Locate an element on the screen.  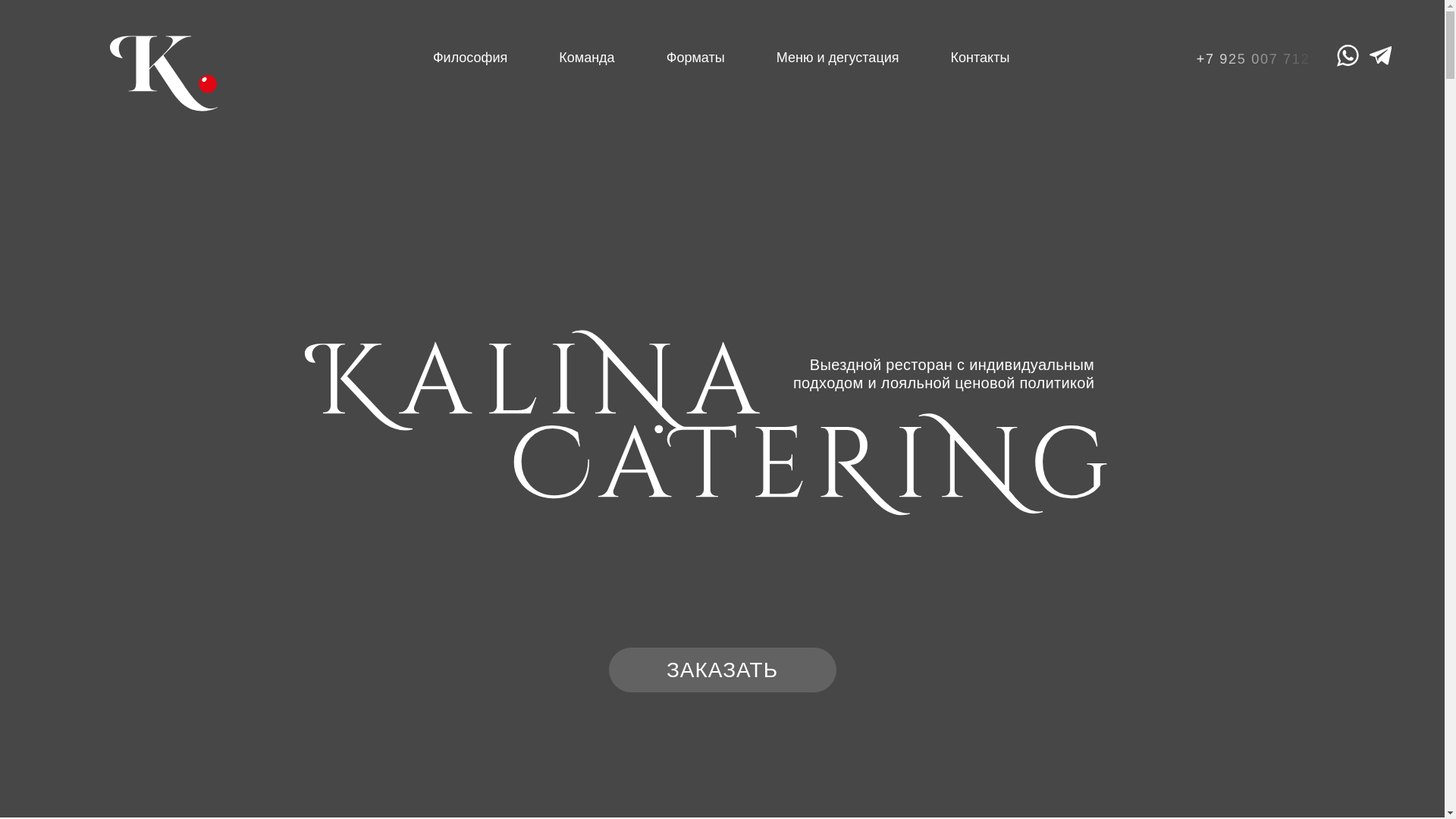
'+7 925 007 712' is located at coordinates (1196, 58).